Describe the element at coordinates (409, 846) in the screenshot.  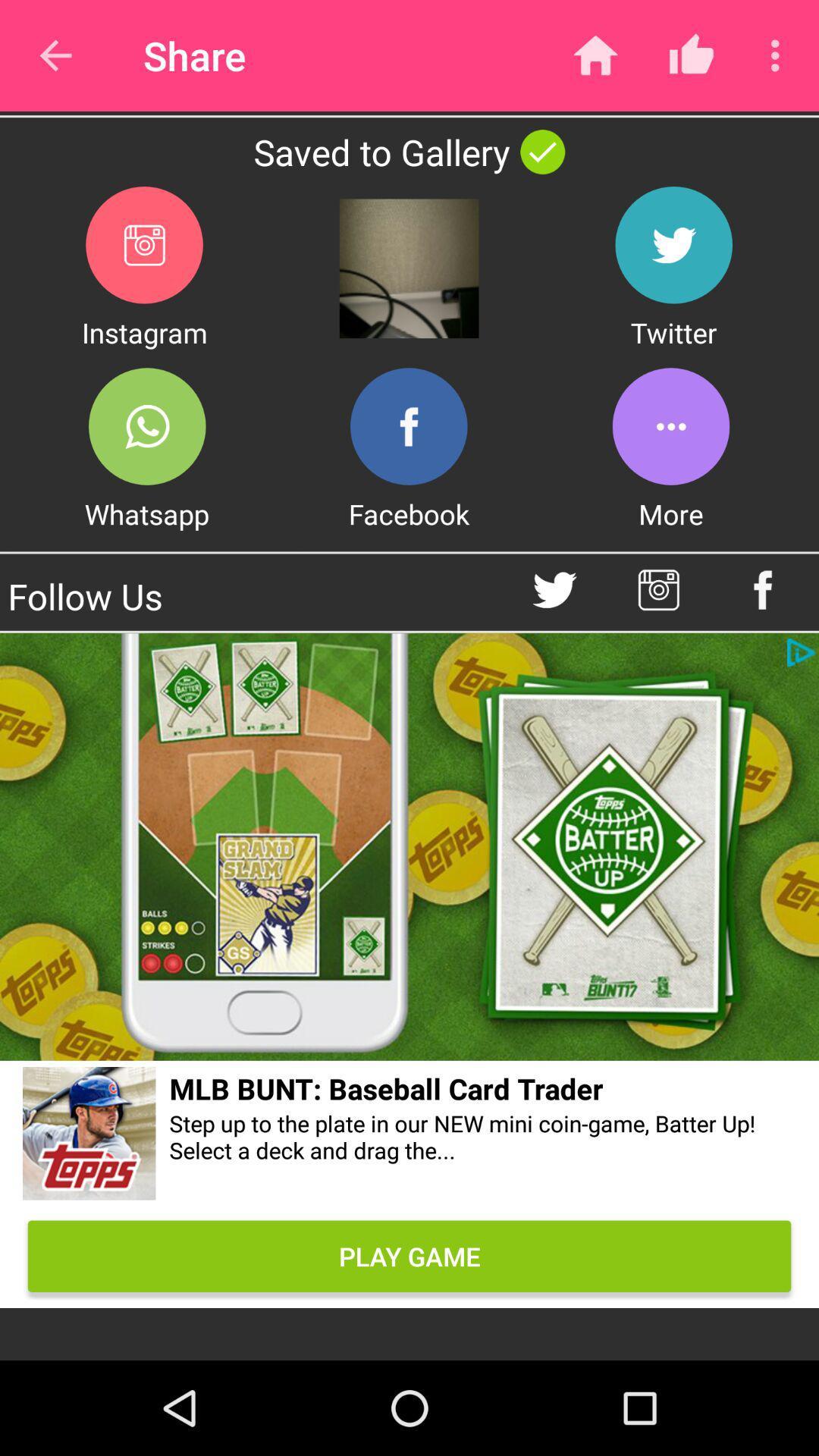
I see `page` at that location.